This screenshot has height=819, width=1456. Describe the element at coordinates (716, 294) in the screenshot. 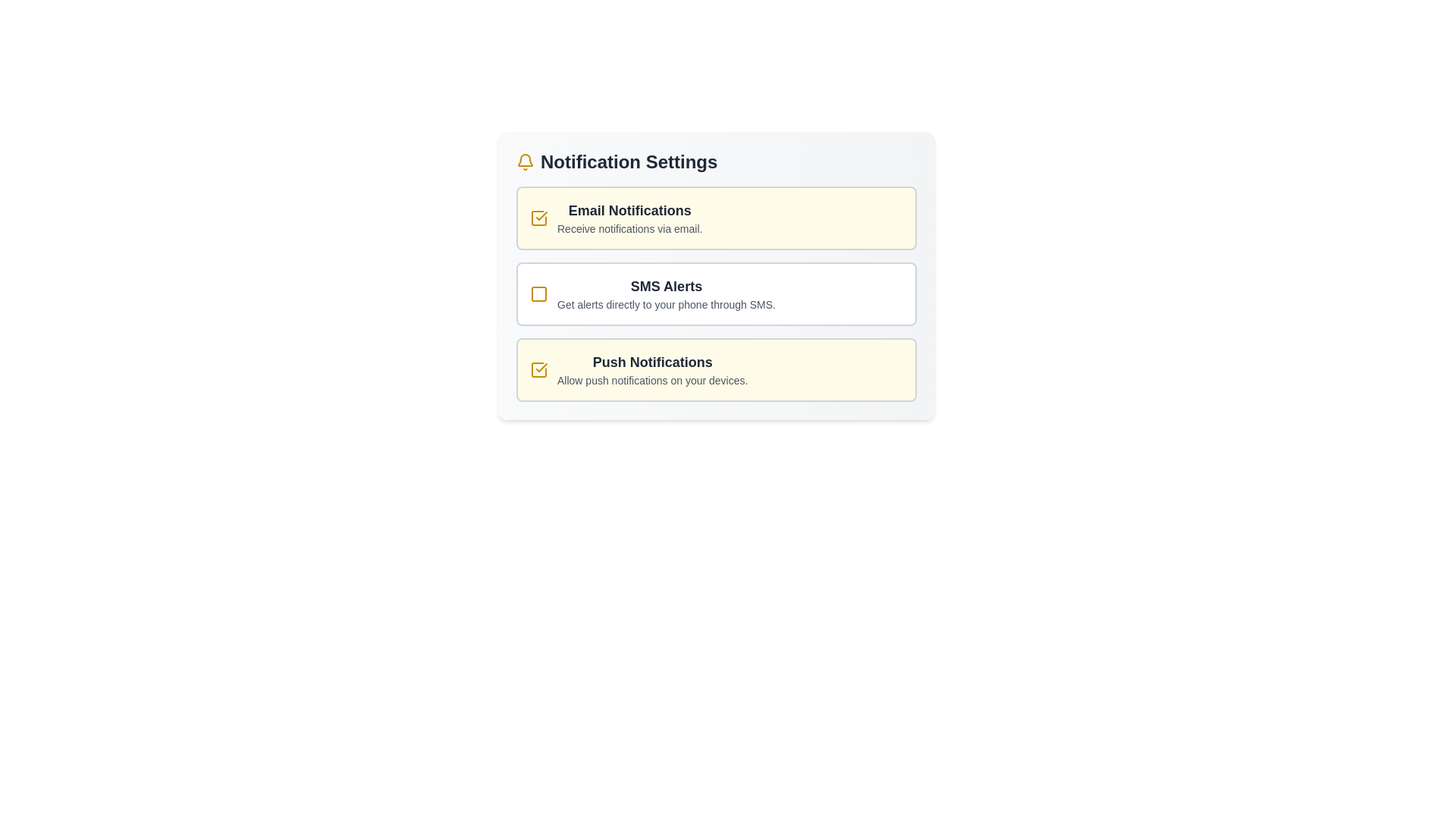

I see `description of the 'SMS Alerts' option card with a checkbox located in the 'Notification Settings' section, which is the second option in a vertical list of three` at that location.